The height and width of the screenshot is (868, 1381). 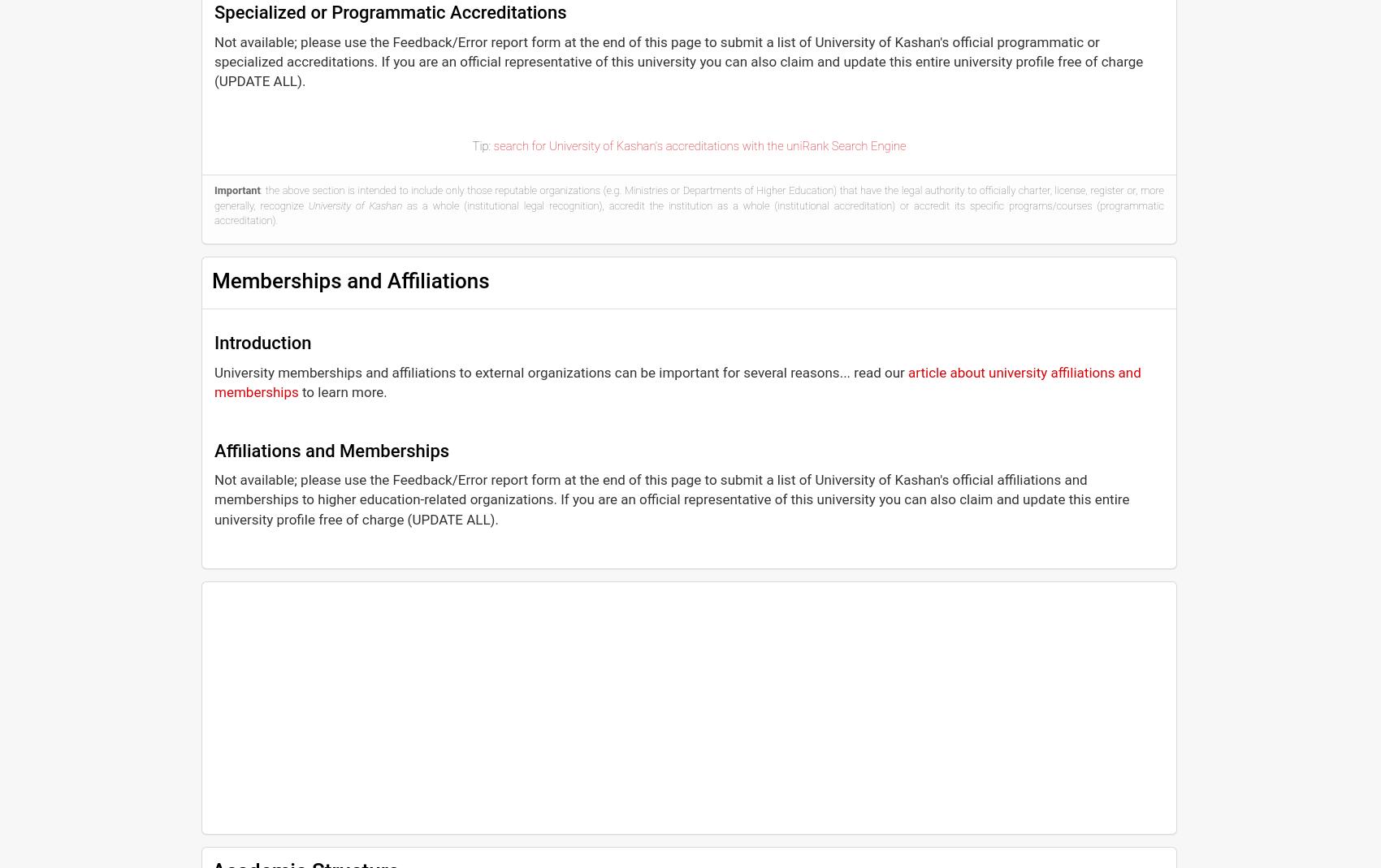 What do you see at coordinates (214, 381) in the screenshot?
I see `'article about university affiliations and memberships'` at bounding box center [214, 381].